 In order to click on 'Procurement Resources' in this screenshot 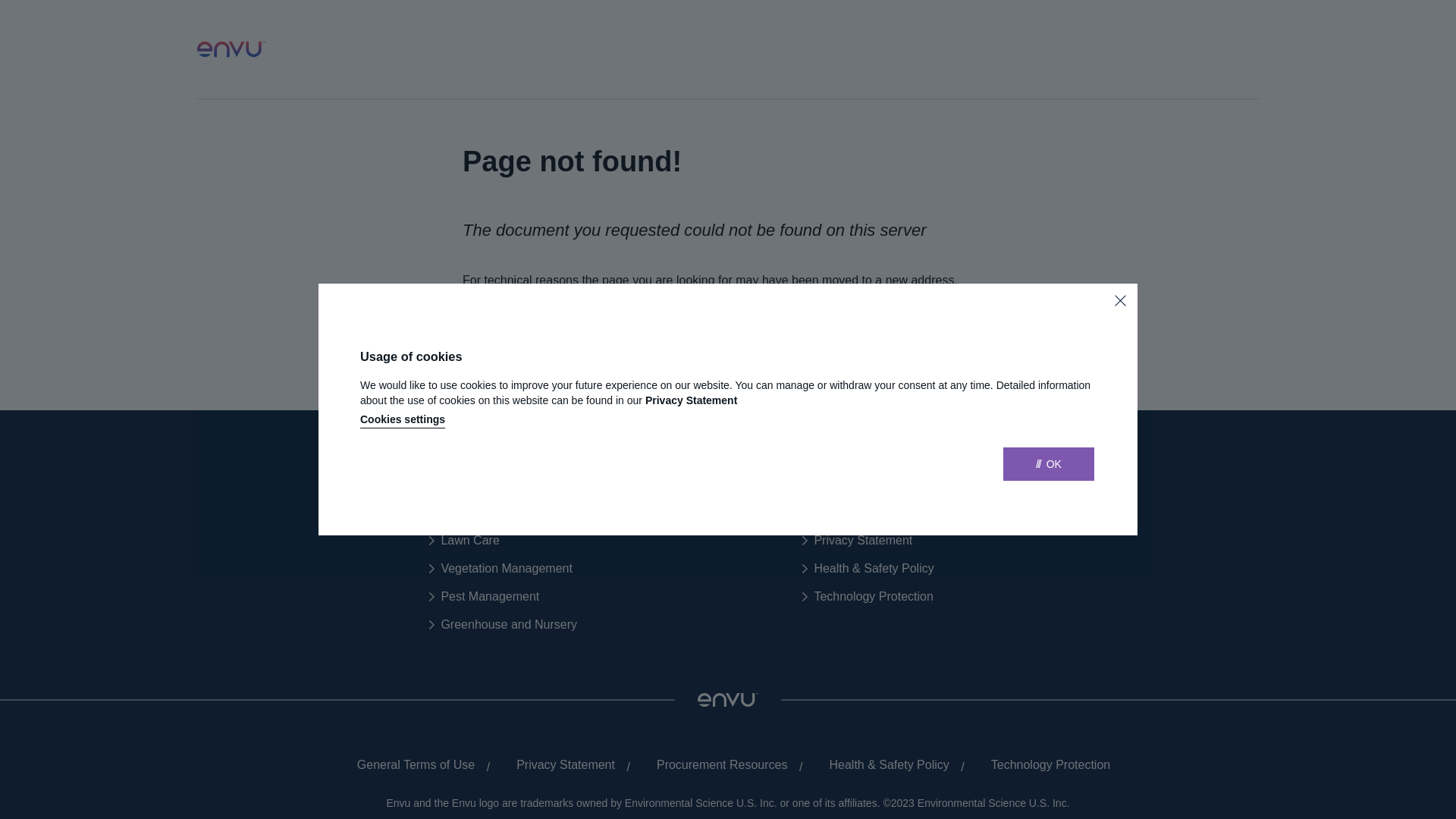, I will do `click(716, 765)`.